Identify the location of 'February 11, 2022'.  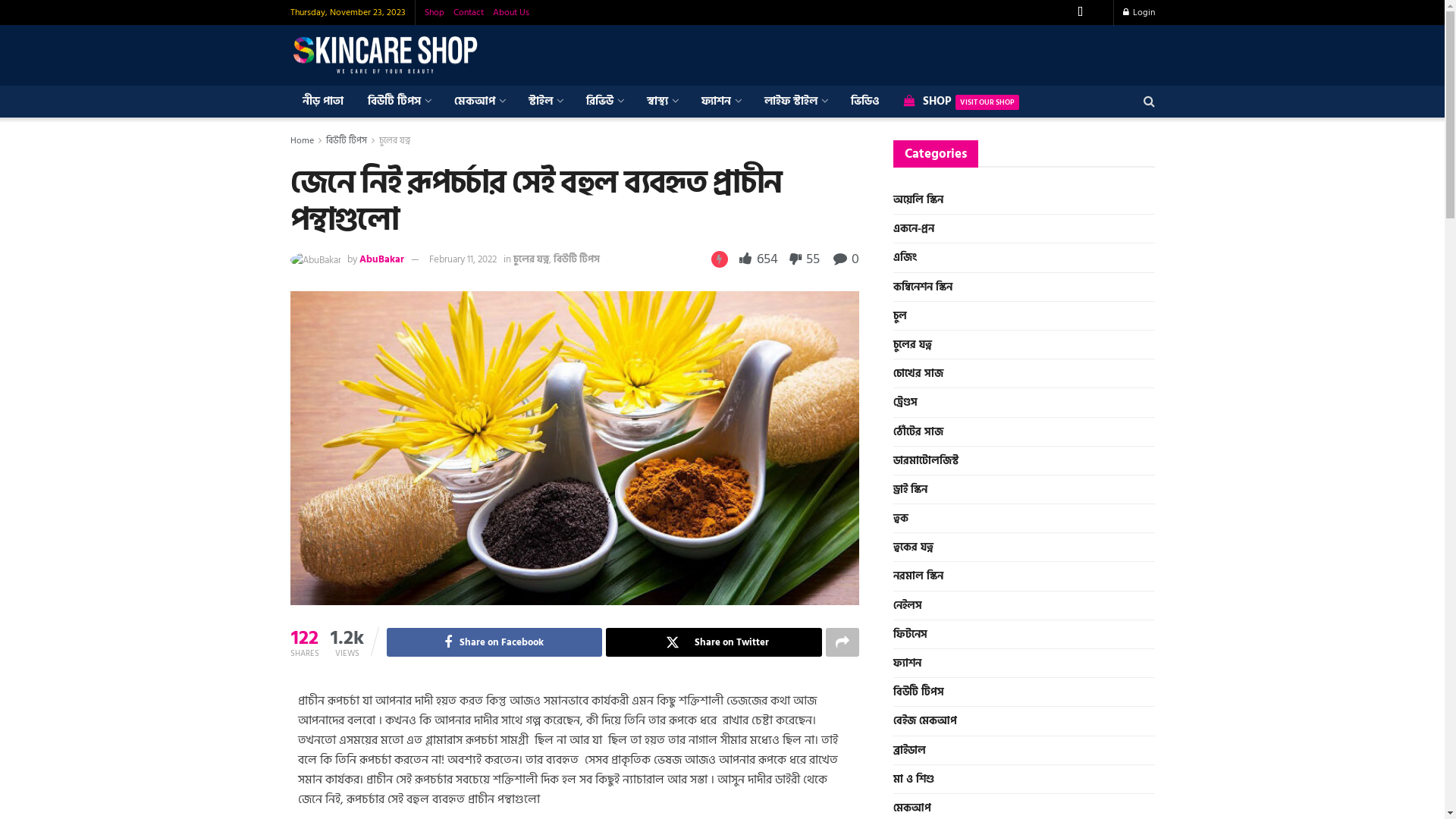
(462, 259).